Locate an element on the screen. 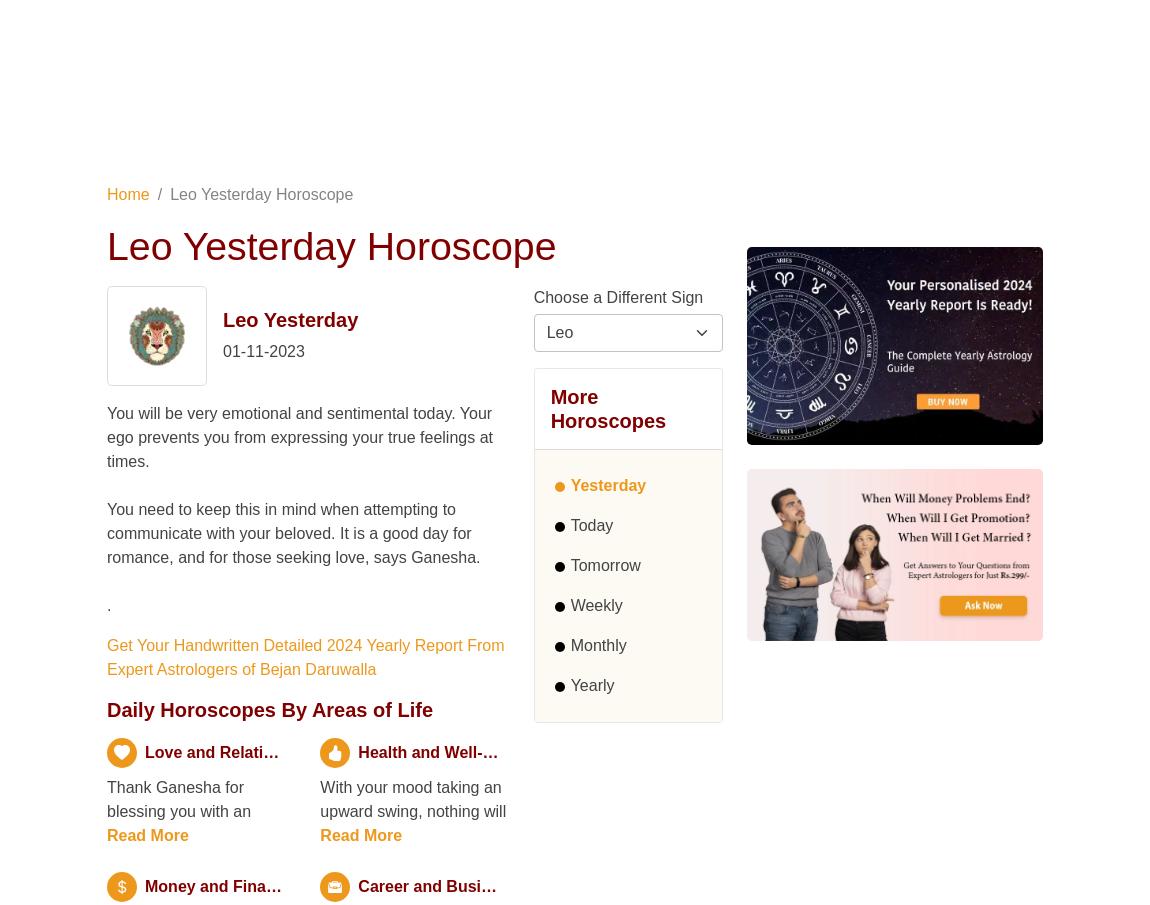 This screenshot has width=1150, height=905. 'Rudrakasha , The incarnation of Lord Shiva Authenticated by GaneshaSpeaks Team' is located at coordinates (213, 197).